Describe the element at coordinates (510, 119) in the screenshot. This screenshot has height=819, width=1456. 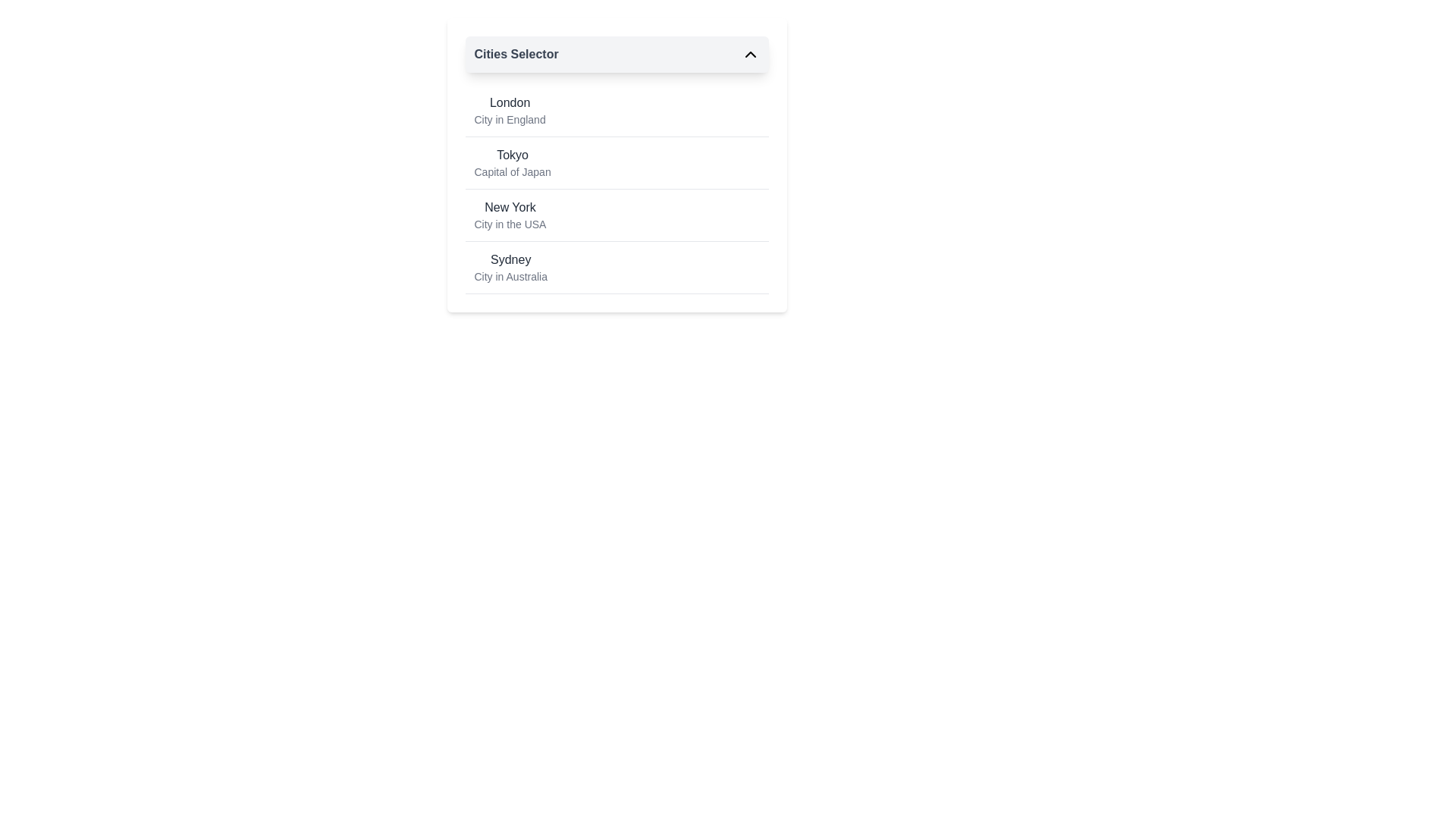
I see `the text label reading 'City in England', which is a smaller, gray-colored text positioned directly below the 'London' label in the 'Cities Selector' dropdown interface` at that location.